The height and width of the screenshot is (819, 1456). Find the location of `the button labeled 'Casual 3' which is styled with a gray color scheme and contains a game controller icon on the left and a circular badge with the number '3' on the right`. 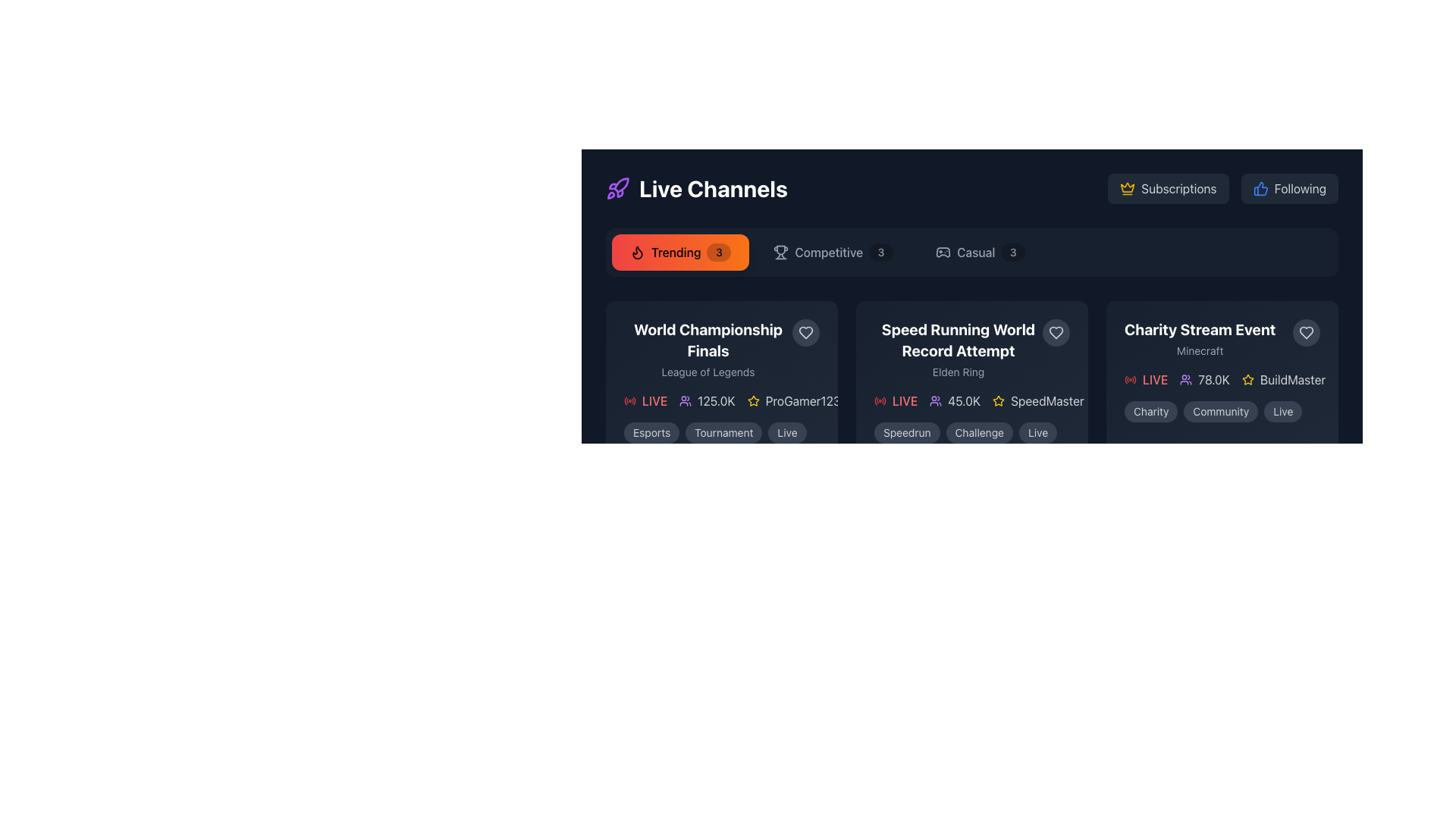

the button labeled 'Casual 3' which is styled with a gray color scheme and contains a game controller icon on the left and a circular badge with the number '3' on the right is located at coordinates (981, 251).